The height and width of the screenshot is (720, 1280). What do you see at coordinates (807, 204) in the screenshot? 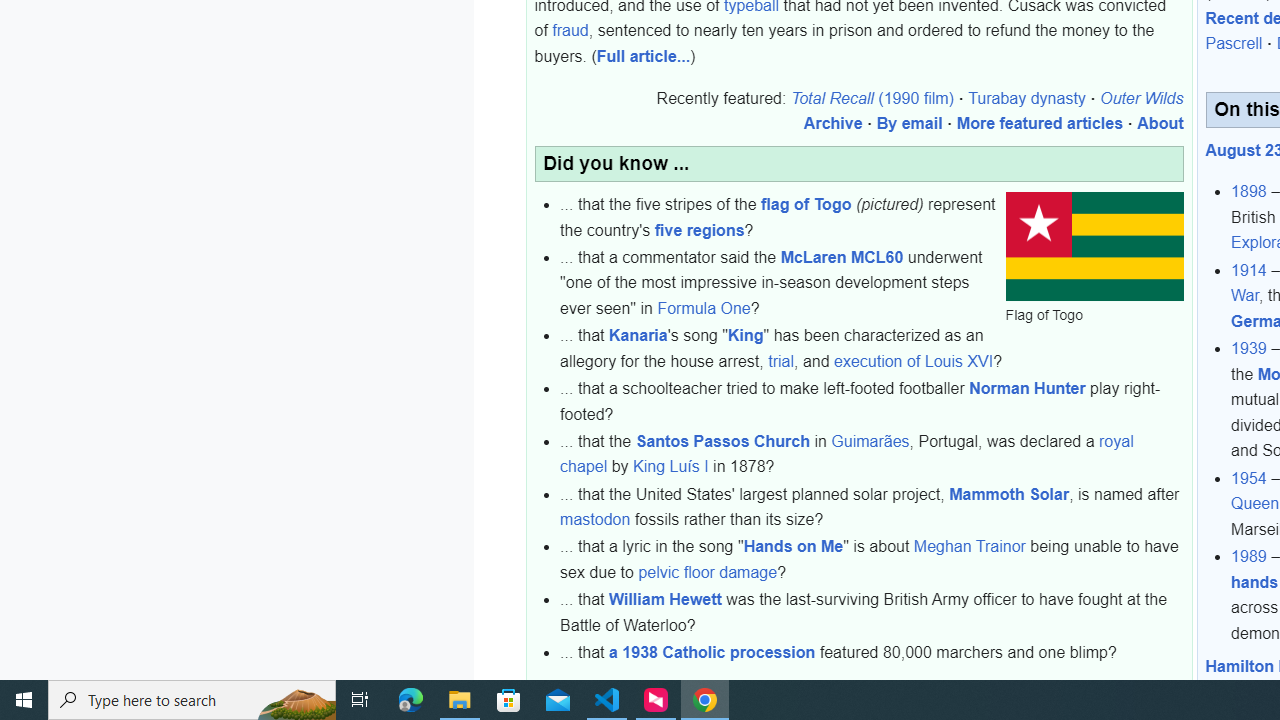
I see `'flag of Togo'` at bounding box center [807, 204].